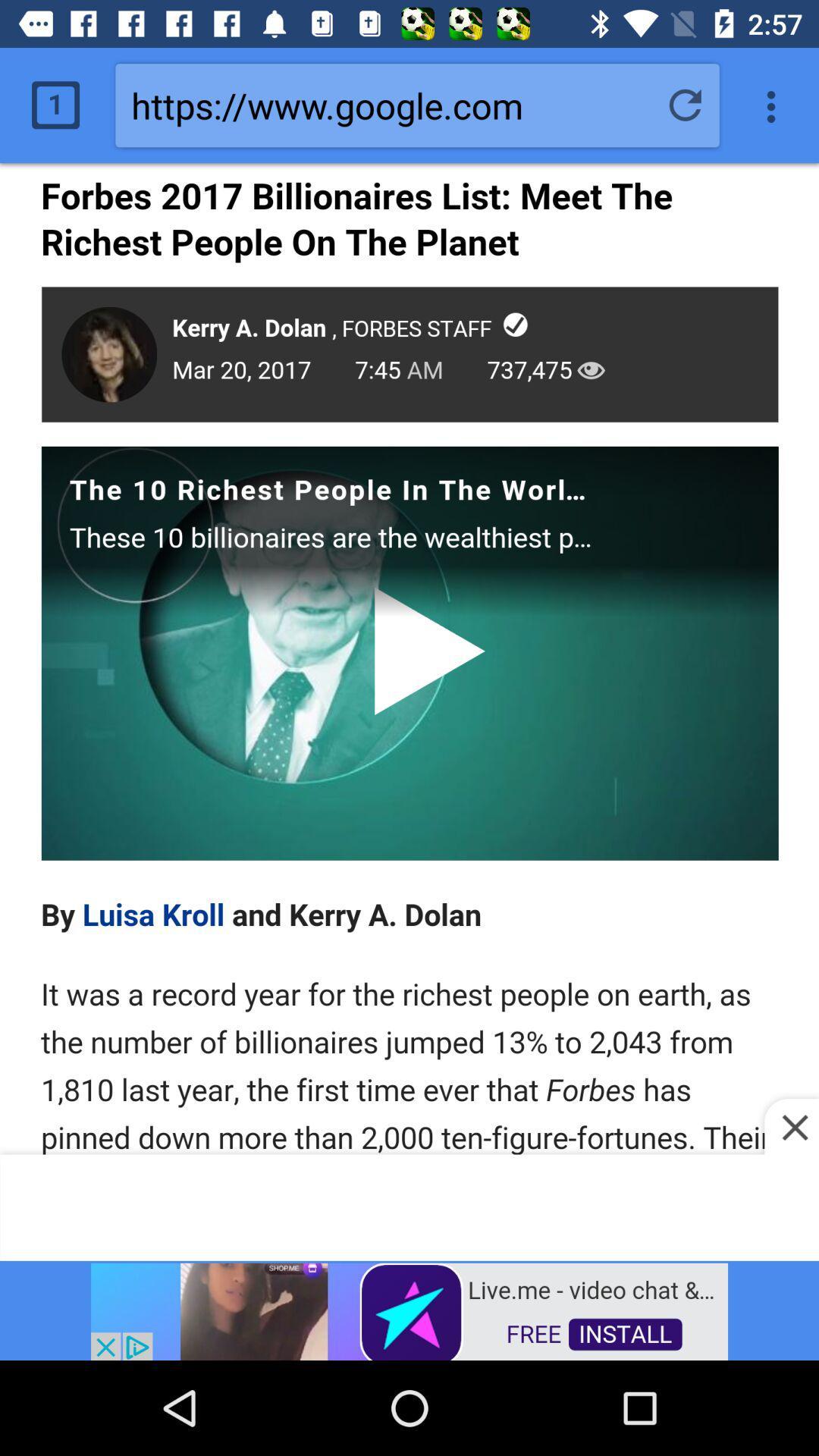 Image resolution: width=819 pixels, height=1456 pixels. Describe the element at coordinates (409, 1310) in the screenshot. I see `advertisement` at that location.